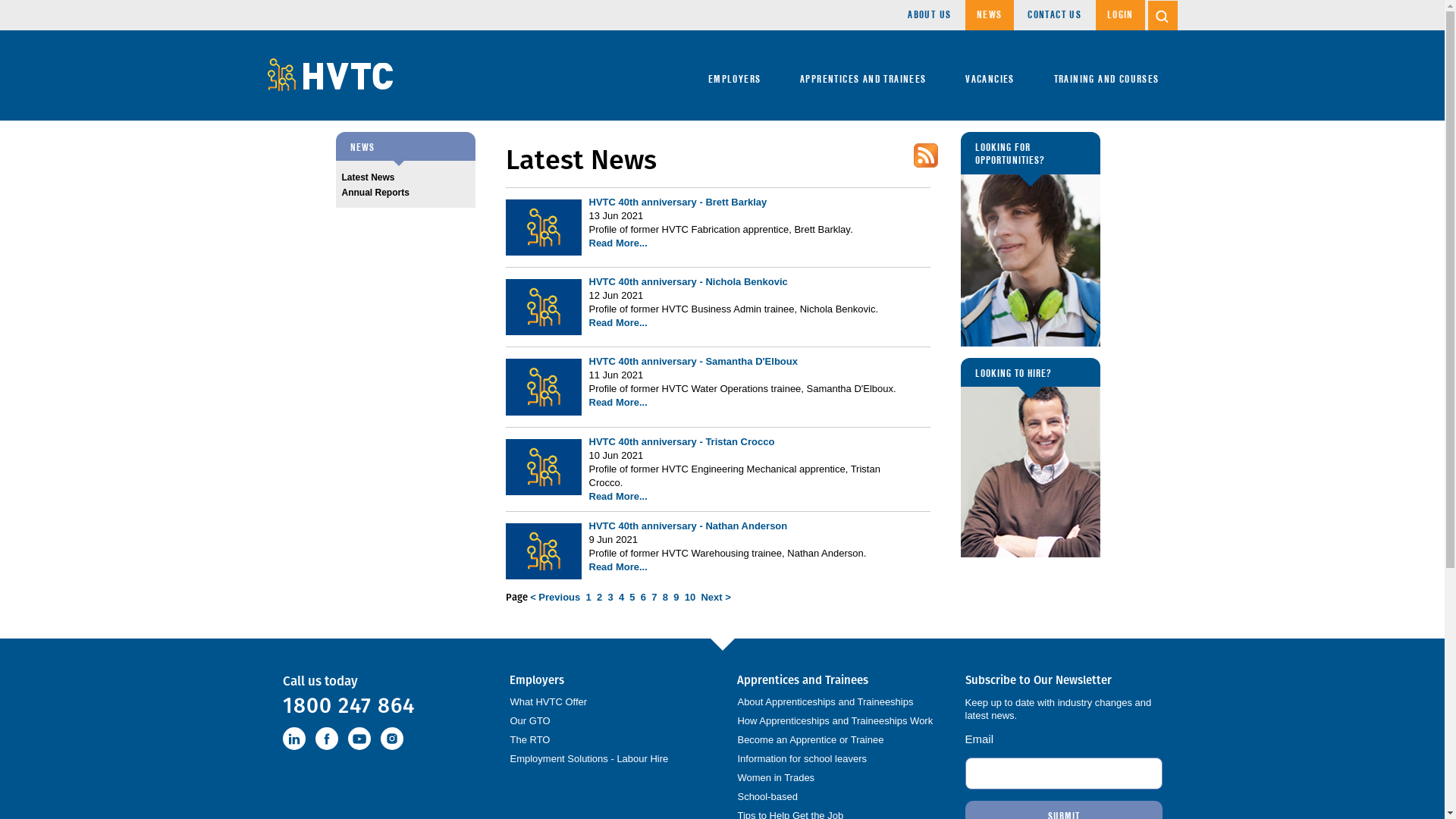  Describe the element at coordinates (665, 596) in the screenshot. I see `'8'` at that location.